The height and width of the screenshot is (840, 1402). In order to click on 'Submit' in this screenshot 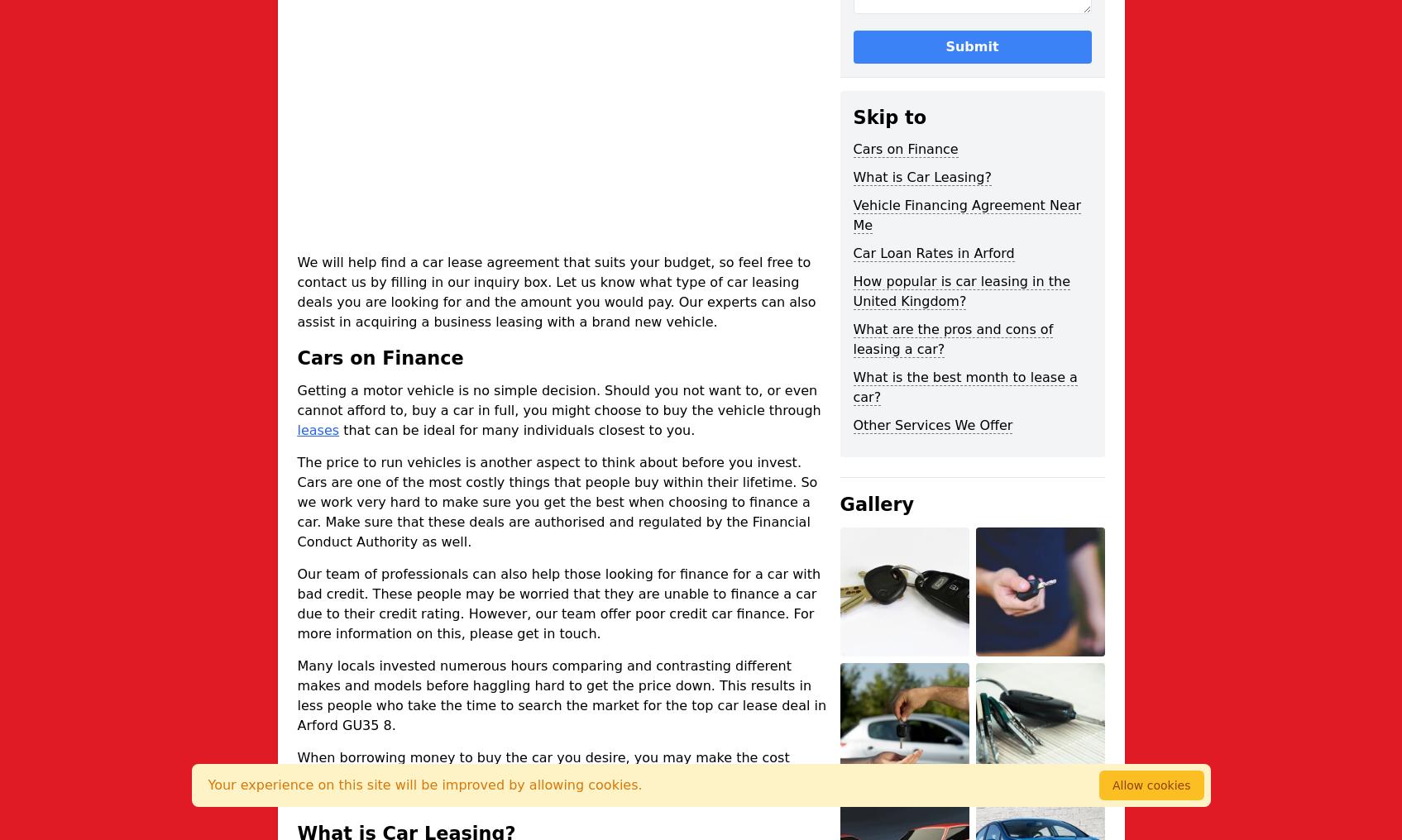, I will do `click(944, 45)`.